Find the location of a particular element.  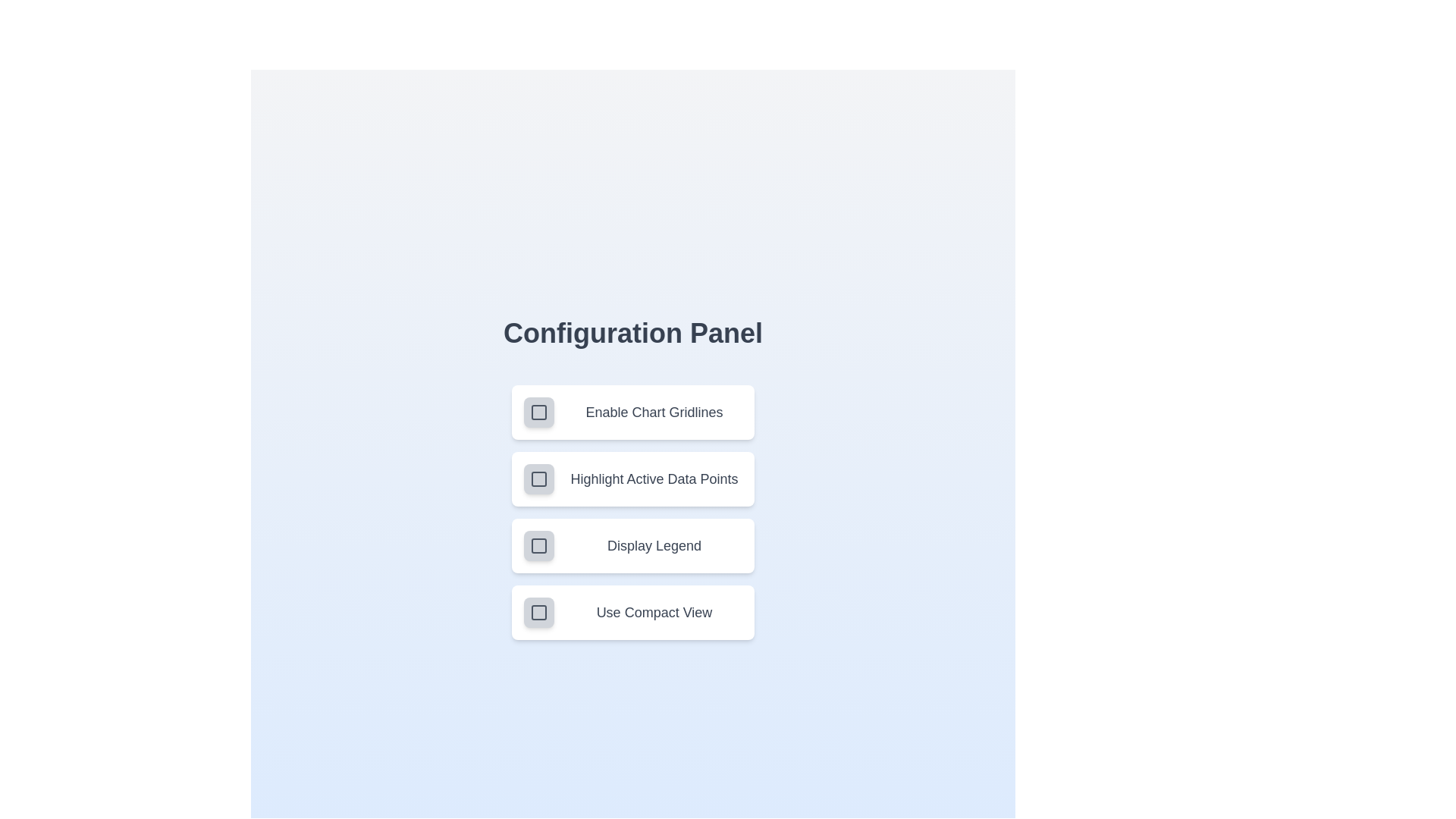

the setting corresponding to Highlight Active Data Points is located at coordinates (538, 479).